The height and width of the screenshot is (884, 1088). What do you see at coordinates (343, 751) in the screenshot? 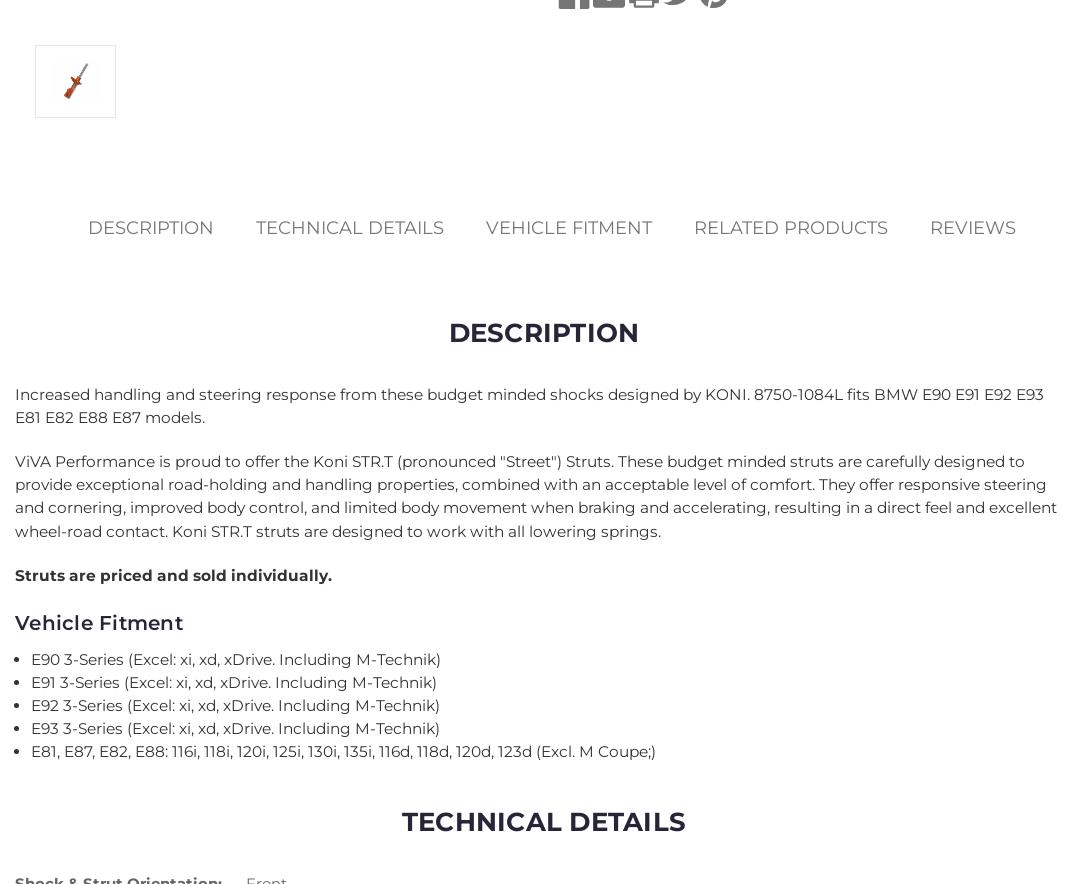
I see `'E81, E87, E82, E88: 116i, 118i, 120i, 125i, 130i, 135i, 116d, 118d, 120d, 123d (Excl. M Coupe;)'` at bounding box center [343, 751].